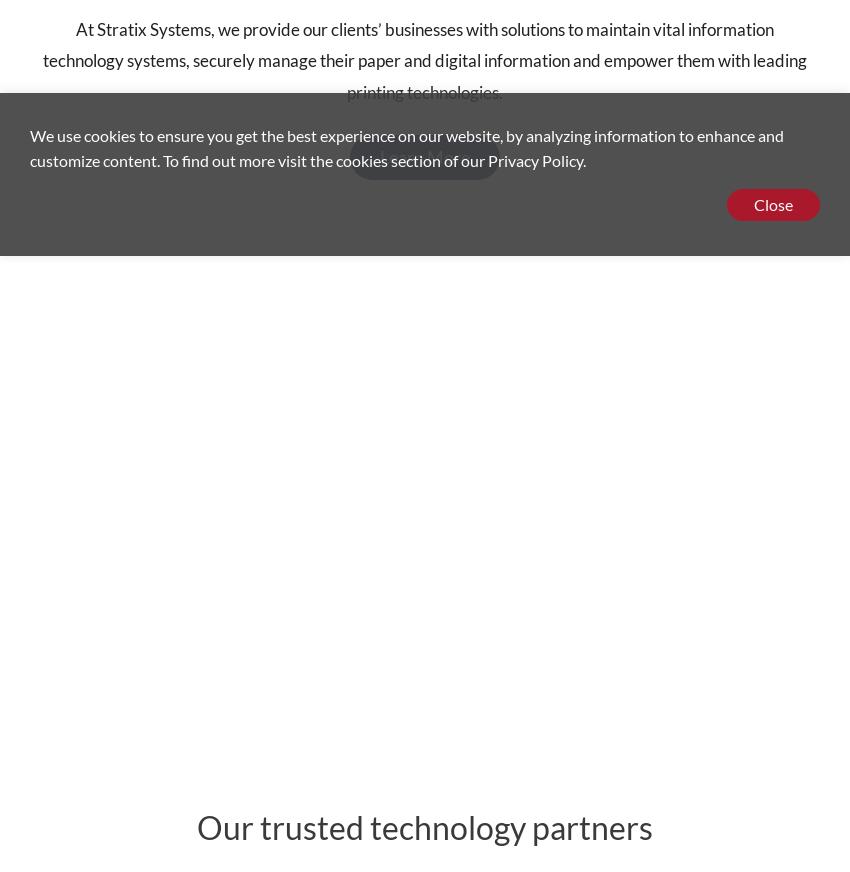 This screenshot has height=872, width=850. Describe the element at coordinates (425, 469) in the screenshot. I see `'Every day, thousands of organizations throughout Pennsylvania and New Jersey rely on our services to improve productivity, streamline operations and reduce their costs. Whatever your need for imaging and printing solutions, you can count on Stratix Systems.'` at that location.